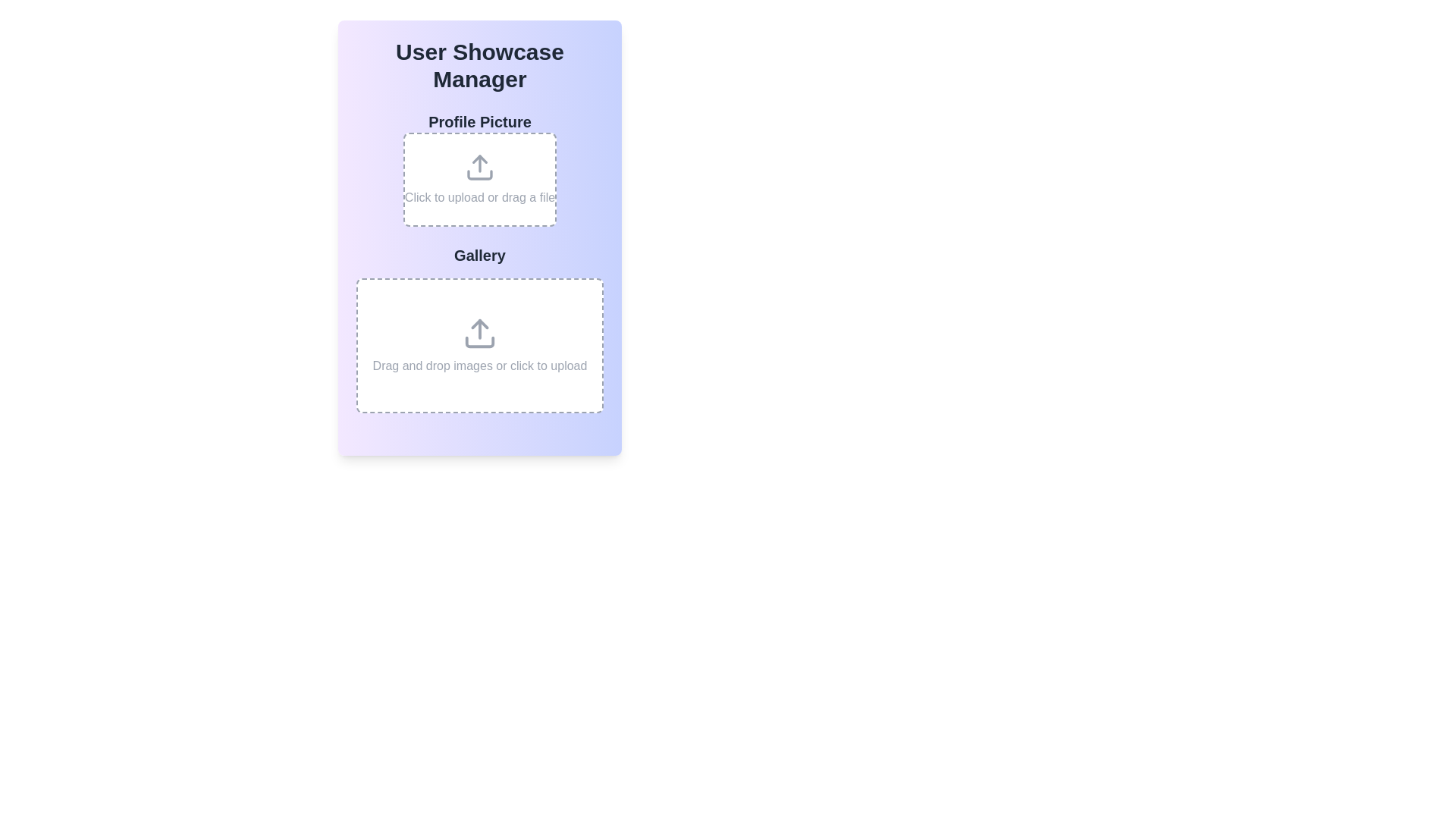  What do you see at coordinates (479, 342) in the screenshot?
I see `the decorative base element of the upload icon, which is positioned below the upward-pointing arrow within the dashed border box stating 'Drag and drop images or click to upload'` at bounding box center [479, 342].